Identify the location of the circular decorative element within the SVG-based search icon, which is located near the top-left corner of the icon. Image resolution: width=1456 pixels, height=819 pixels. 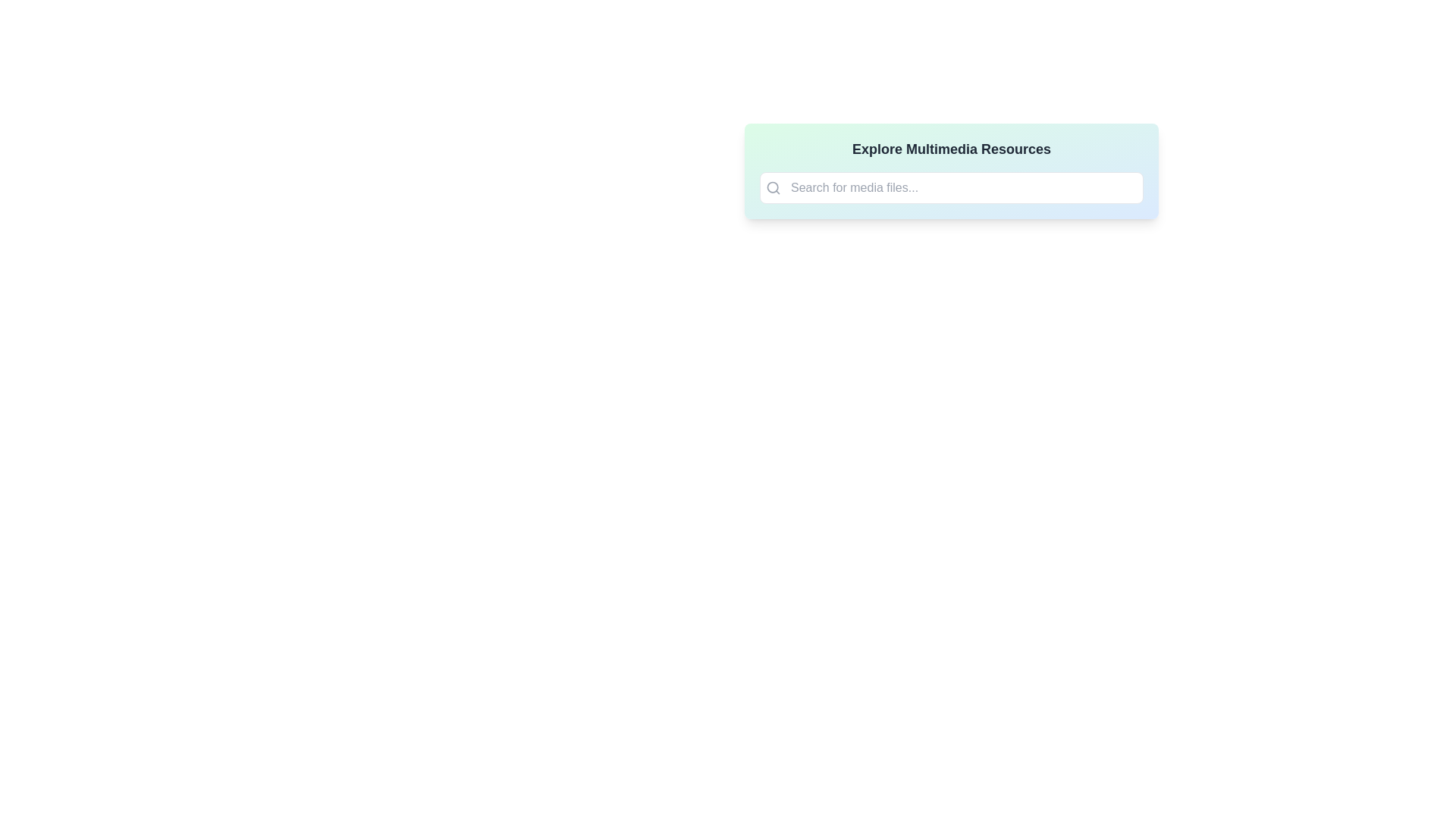
(773, 187).